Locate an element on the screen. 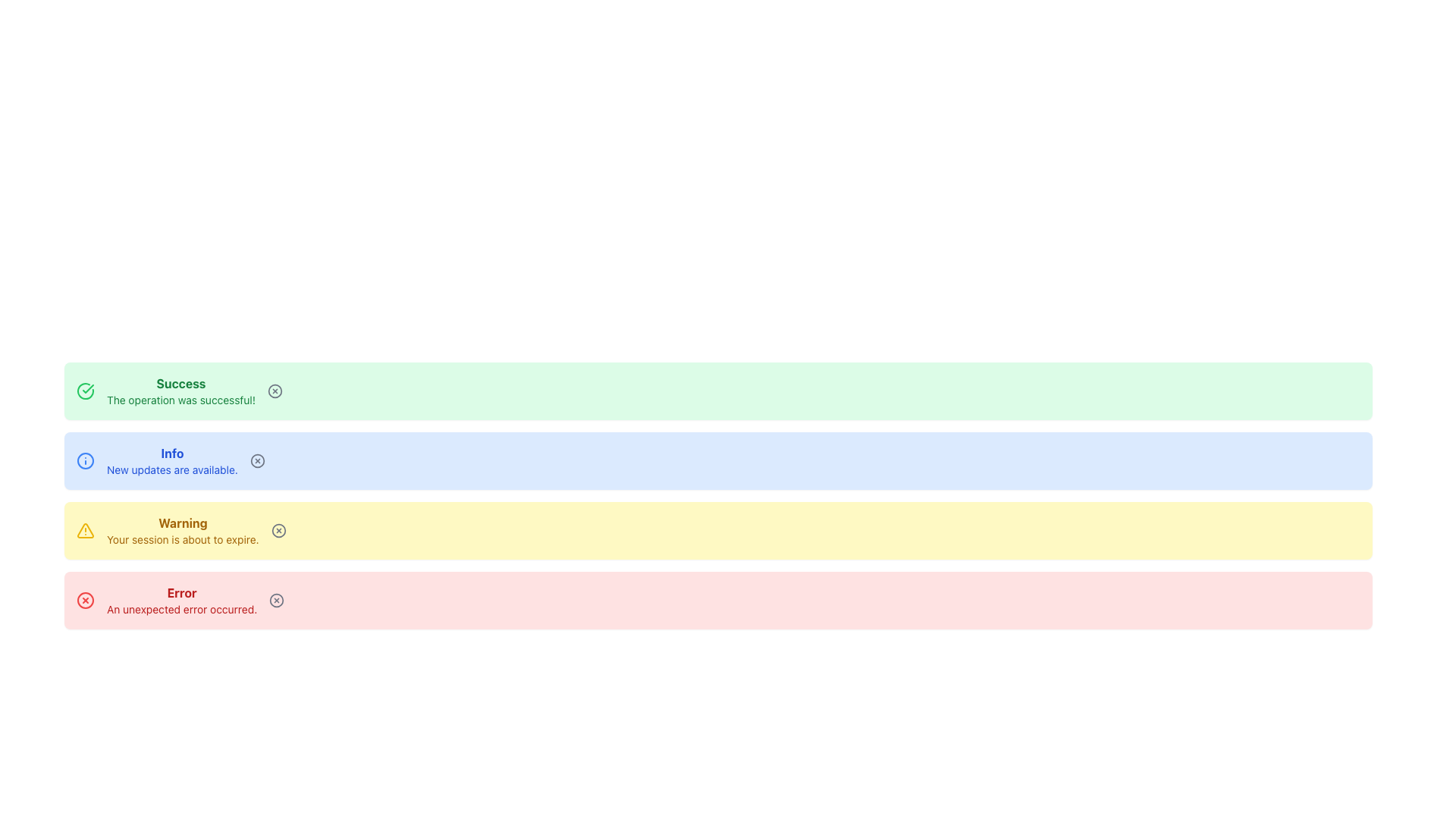  error message displayed in the red Notification Bar, which is the last in a vertical stack of notifications is located at coordinates (717, 599).